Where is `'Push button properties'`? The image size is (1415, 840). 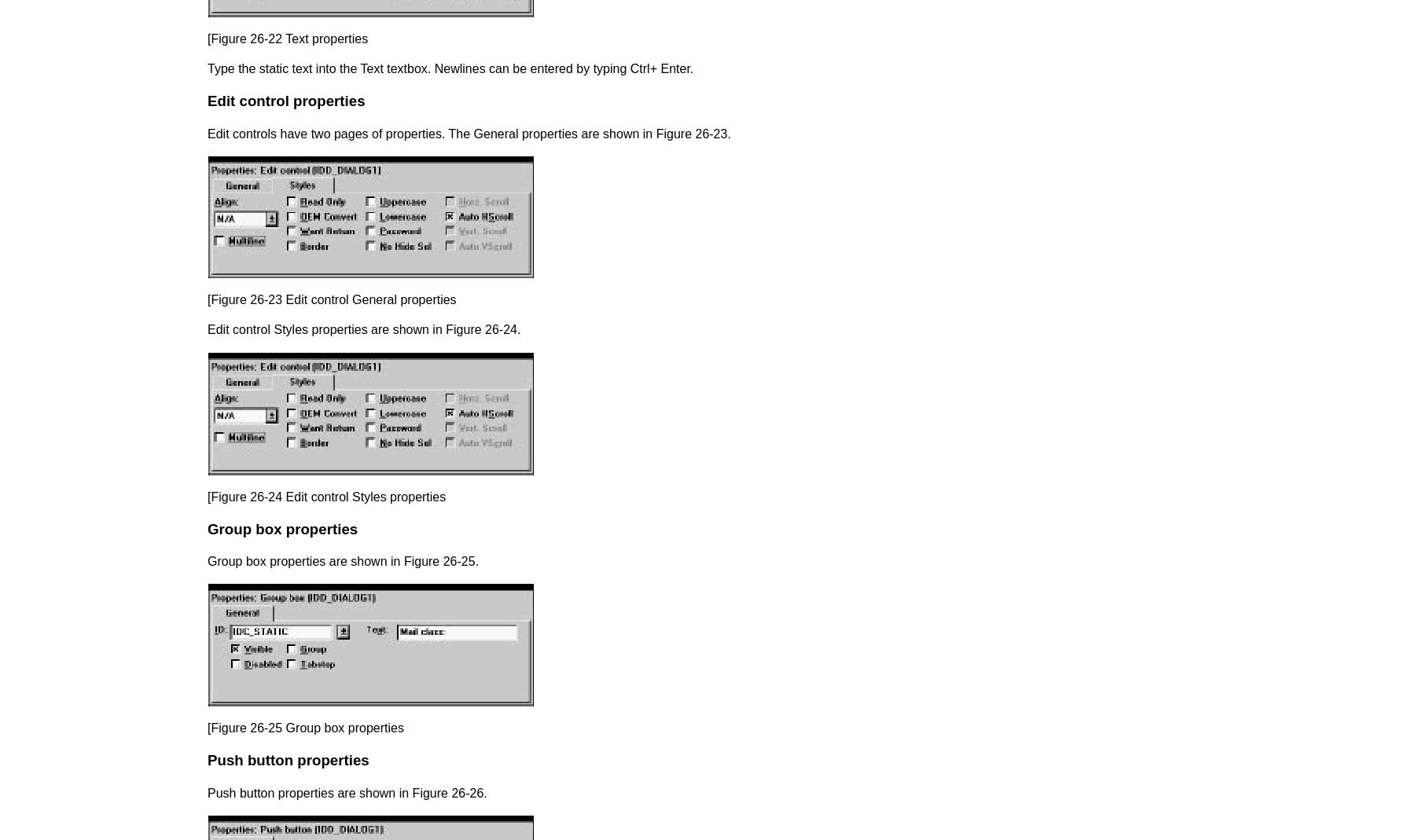 'Push button properties' is located at coordinates (288, 760).